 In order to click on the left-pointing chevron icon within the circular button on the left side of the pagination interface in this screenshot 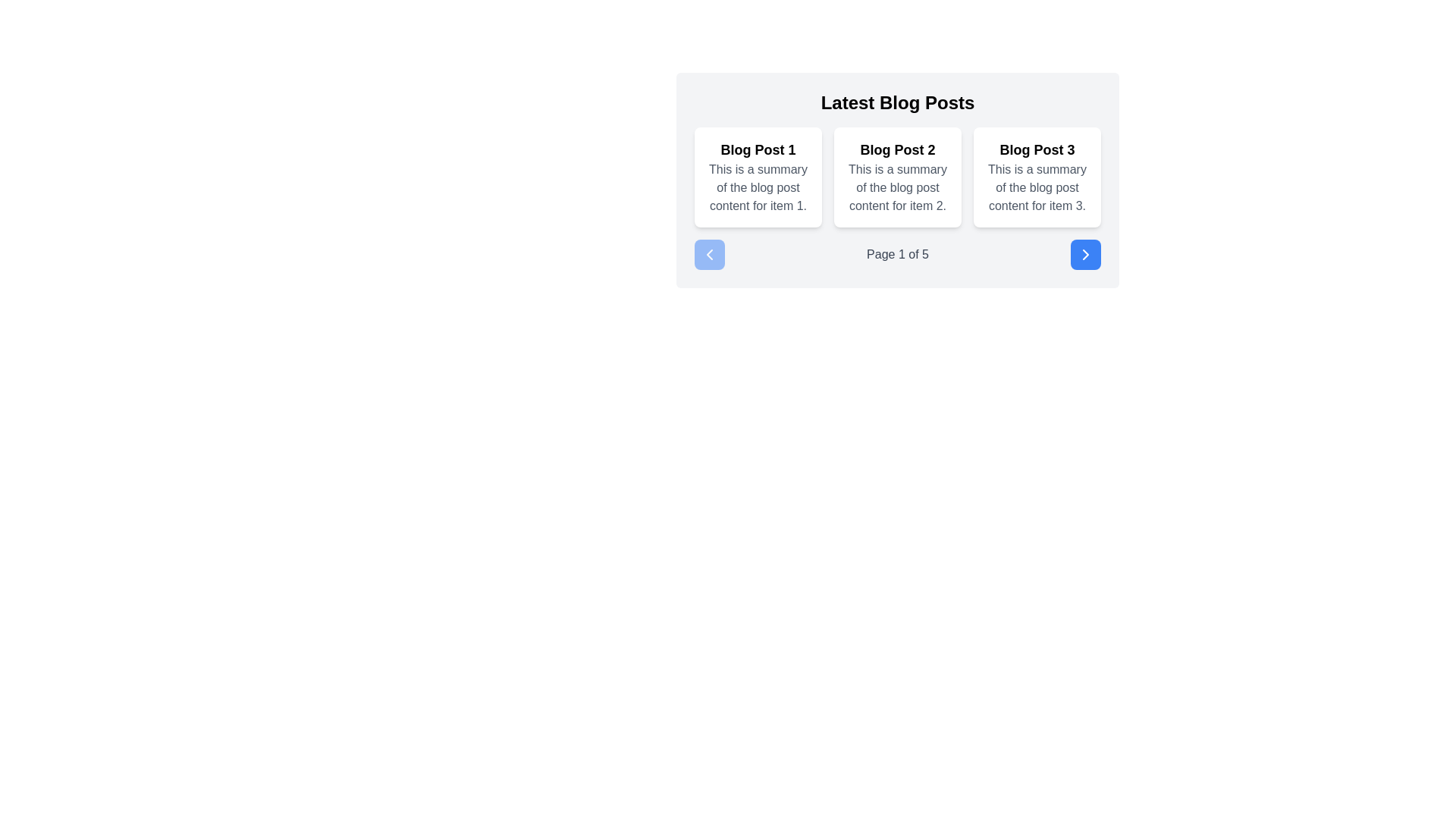, I will do `click(709, 253)`.